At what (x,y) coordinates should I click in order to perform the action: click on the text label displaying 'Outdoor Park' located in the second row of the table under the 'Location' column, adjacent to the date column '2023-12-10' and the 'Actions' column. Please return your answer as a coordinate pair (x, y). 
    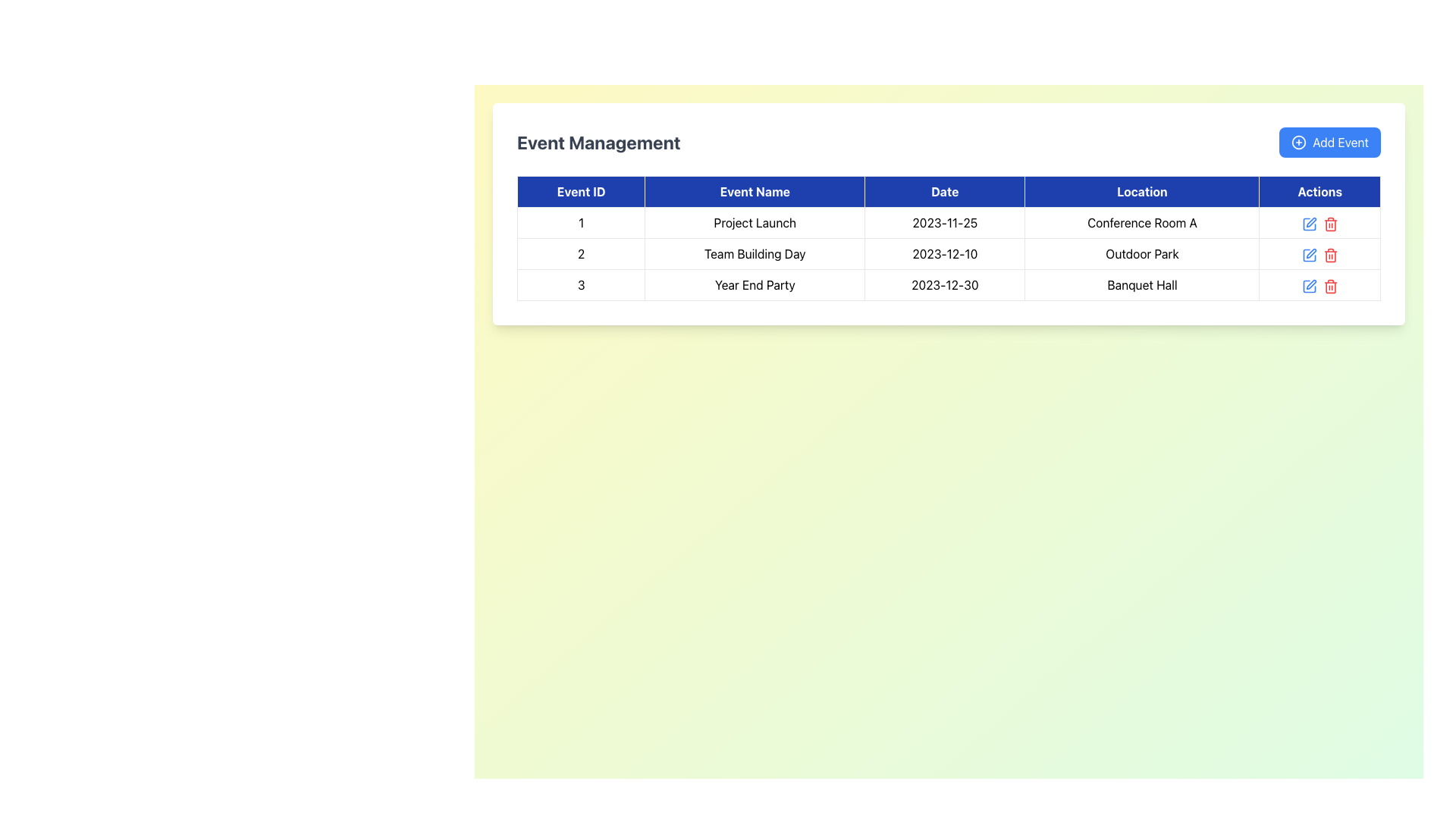
    Looking at the image, I should click on (1142, 253).